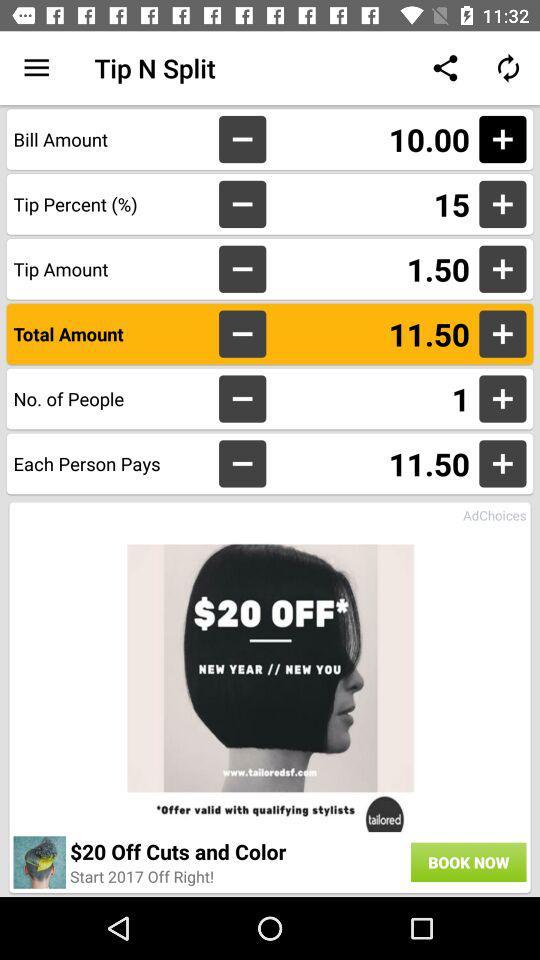 This screenshot has height=960, width=540. What do you see at coordinates (372, 138) in the screenshot?
I see `the item above the 15 icon` at bounding box center [372, 138].